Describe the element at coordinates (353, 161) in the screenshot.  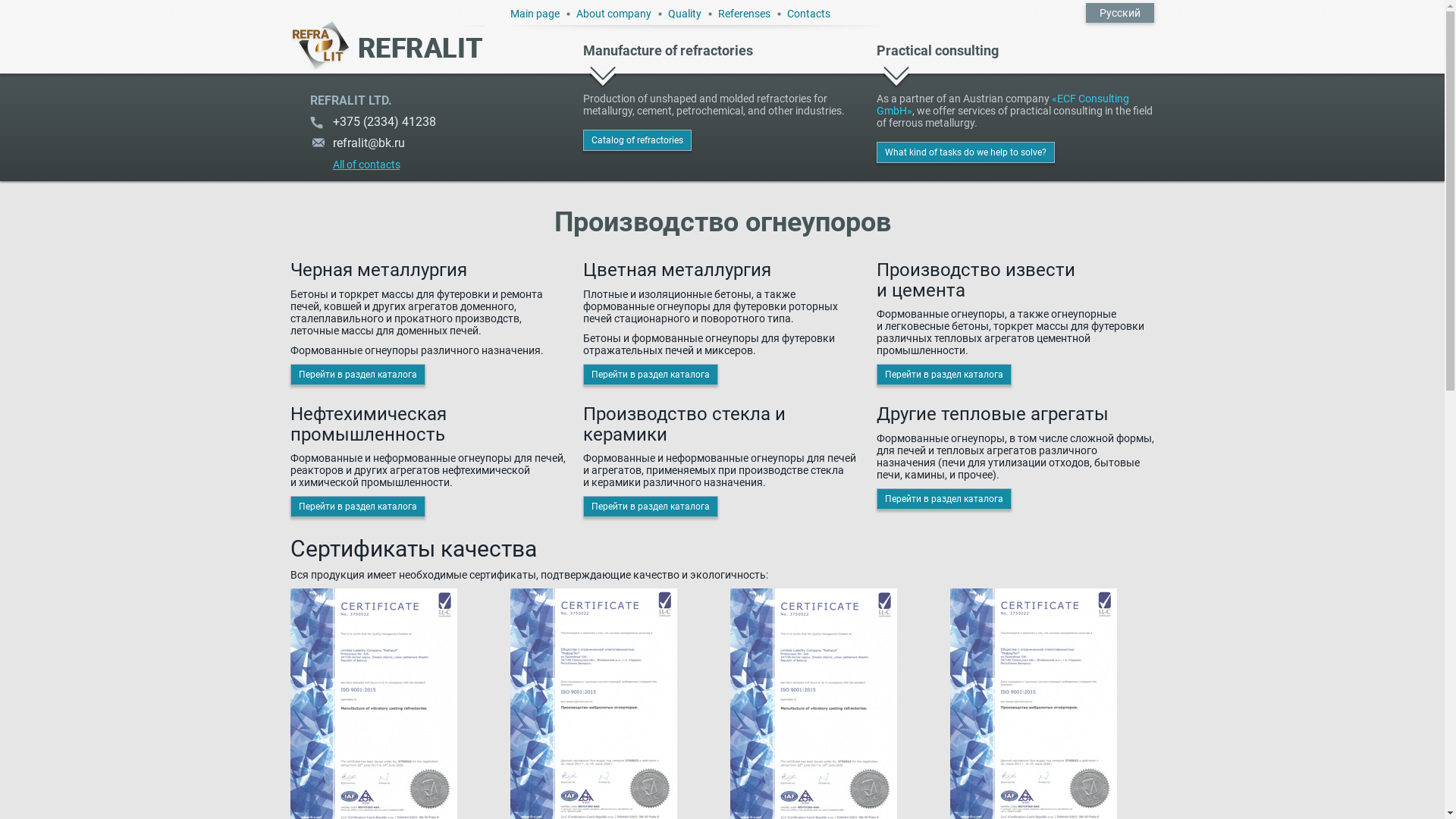
I see `'All of contacts'` at that location.